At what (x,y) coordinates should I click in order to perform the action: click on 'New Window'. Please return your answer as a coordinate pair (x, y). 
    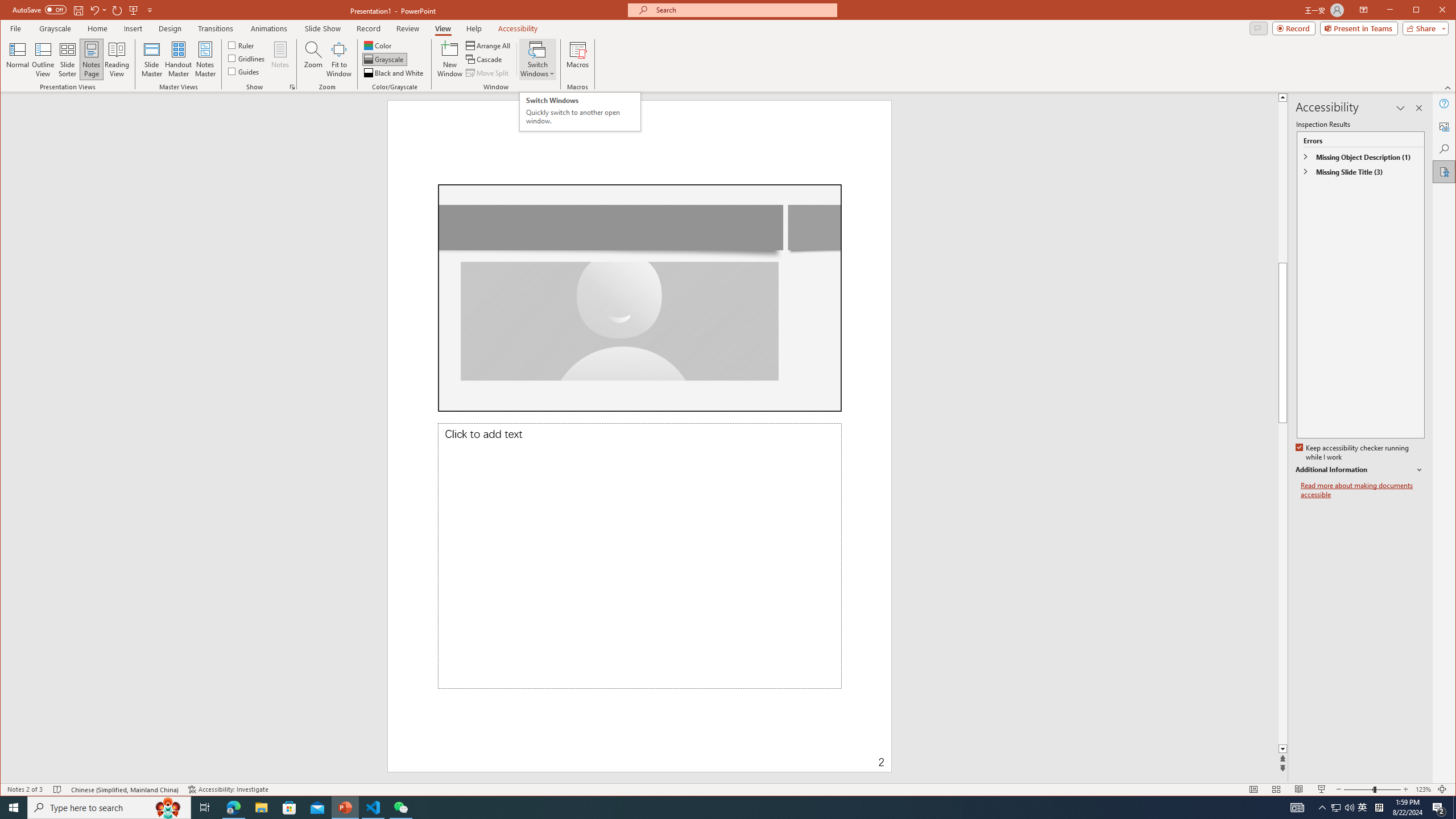
    Looking at the image, I should click on (450, 59).